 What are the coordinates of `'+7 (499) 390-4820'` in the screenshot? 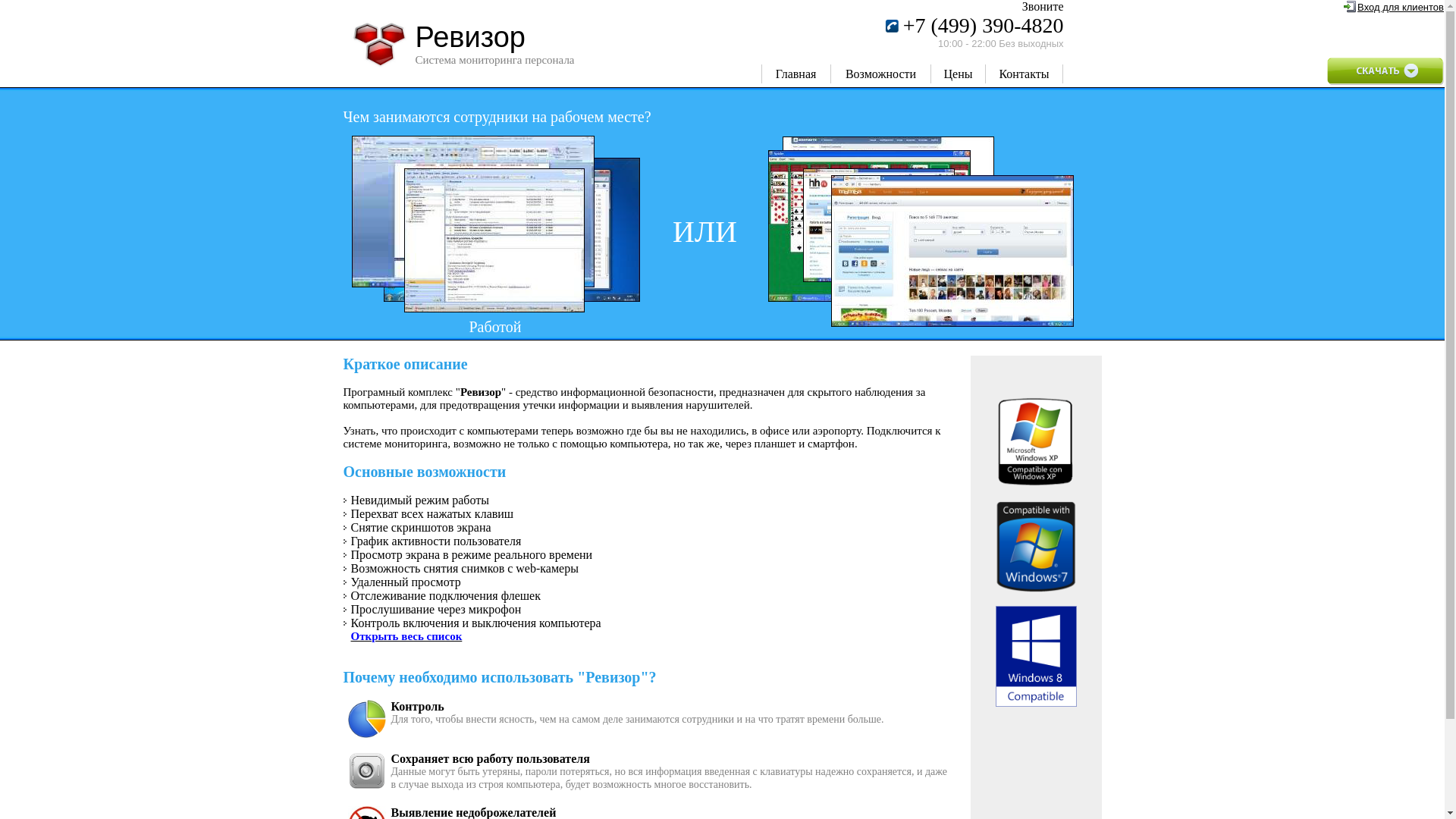 It's located at (983, 28).